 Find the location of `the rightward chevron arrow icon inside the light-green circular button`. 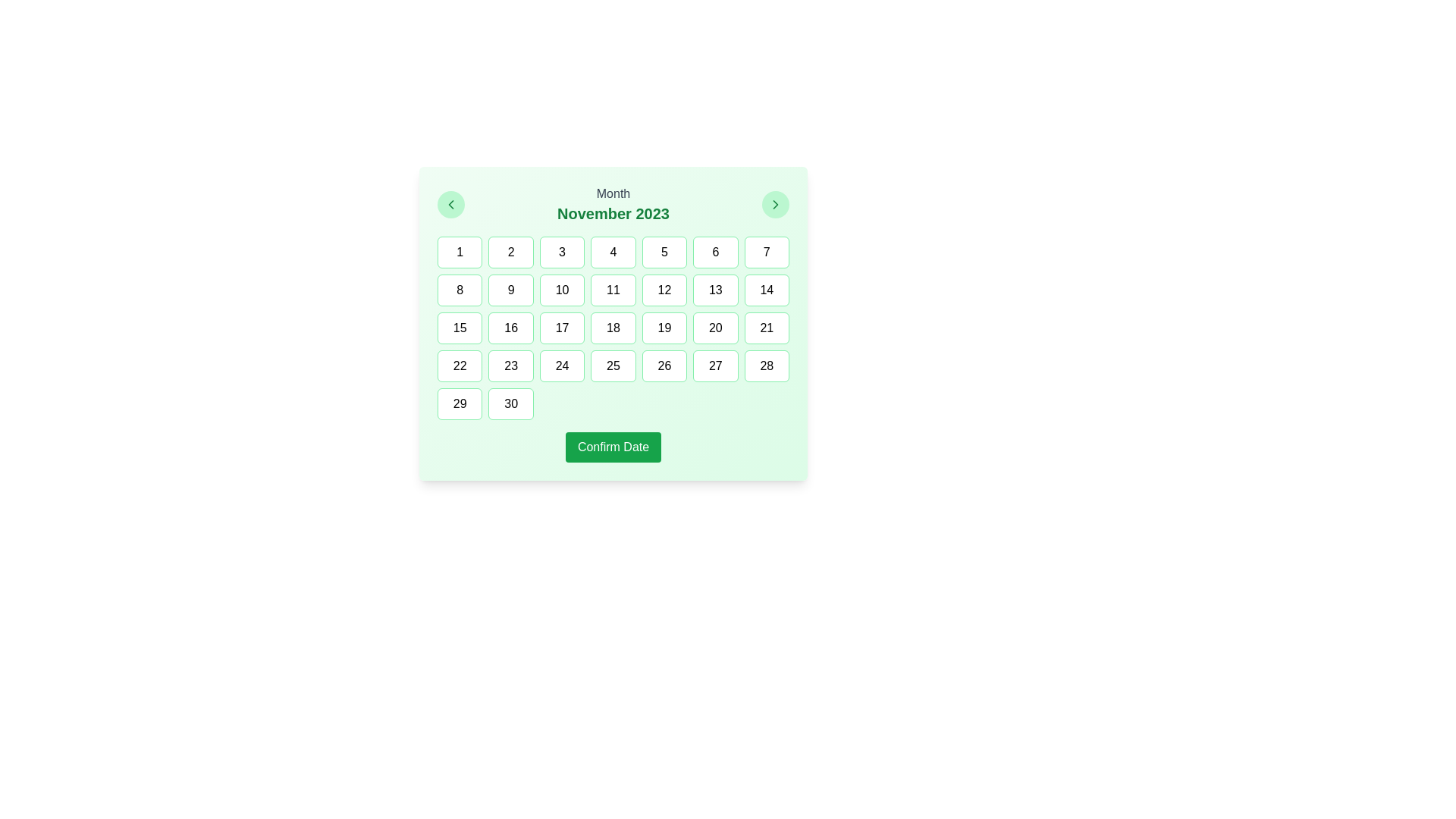

the rightward chevron arrow icon inside the light-green circular button is located at coordinates (775, 205).